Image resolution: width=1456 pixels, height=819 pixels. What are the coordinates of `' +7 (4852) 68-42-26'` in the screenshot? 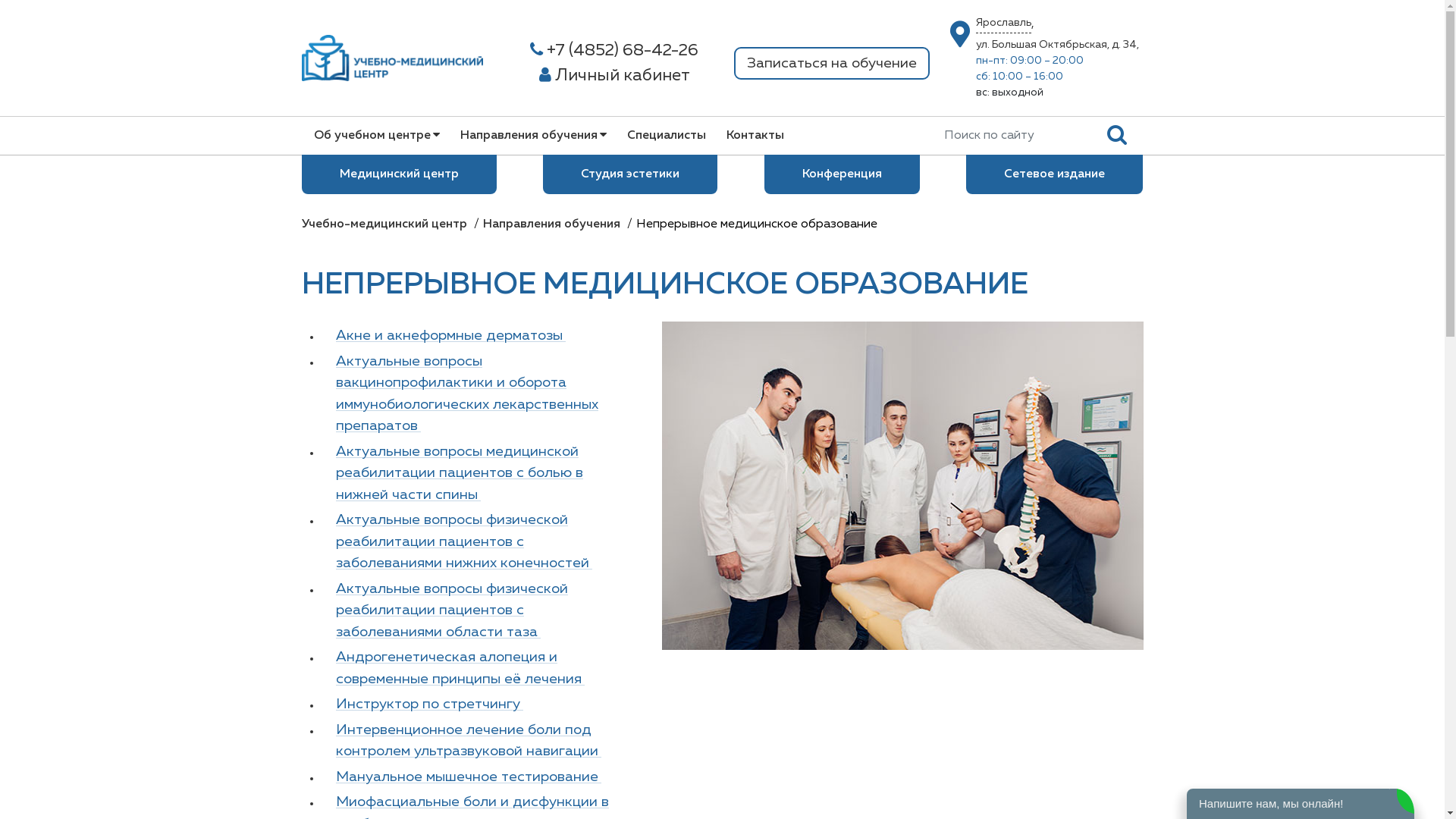 It's located at (613, 50).